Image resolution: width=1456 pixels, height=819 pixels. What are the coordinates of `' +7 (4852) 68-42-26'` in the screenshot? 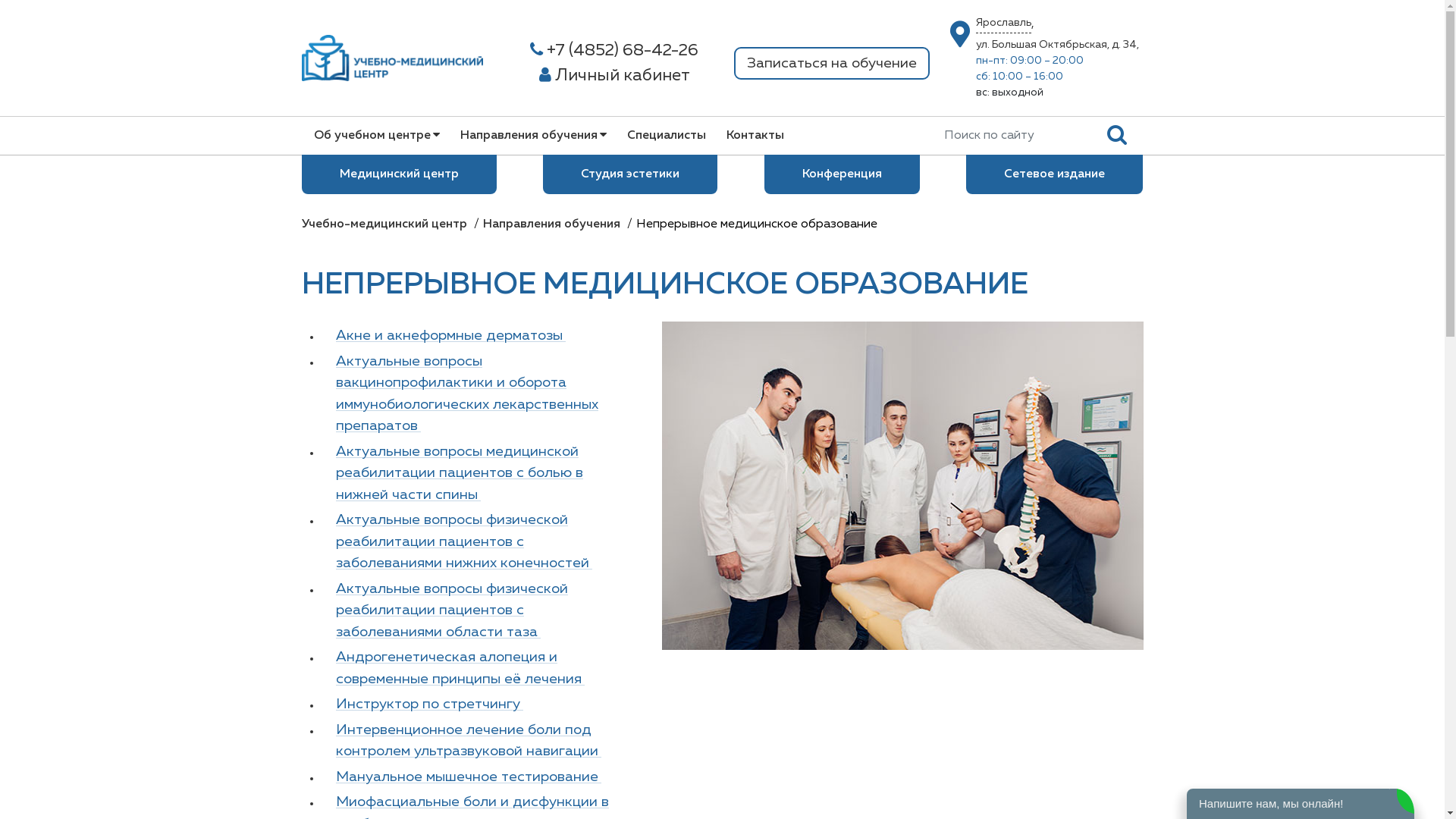 It's located at (613, 50).